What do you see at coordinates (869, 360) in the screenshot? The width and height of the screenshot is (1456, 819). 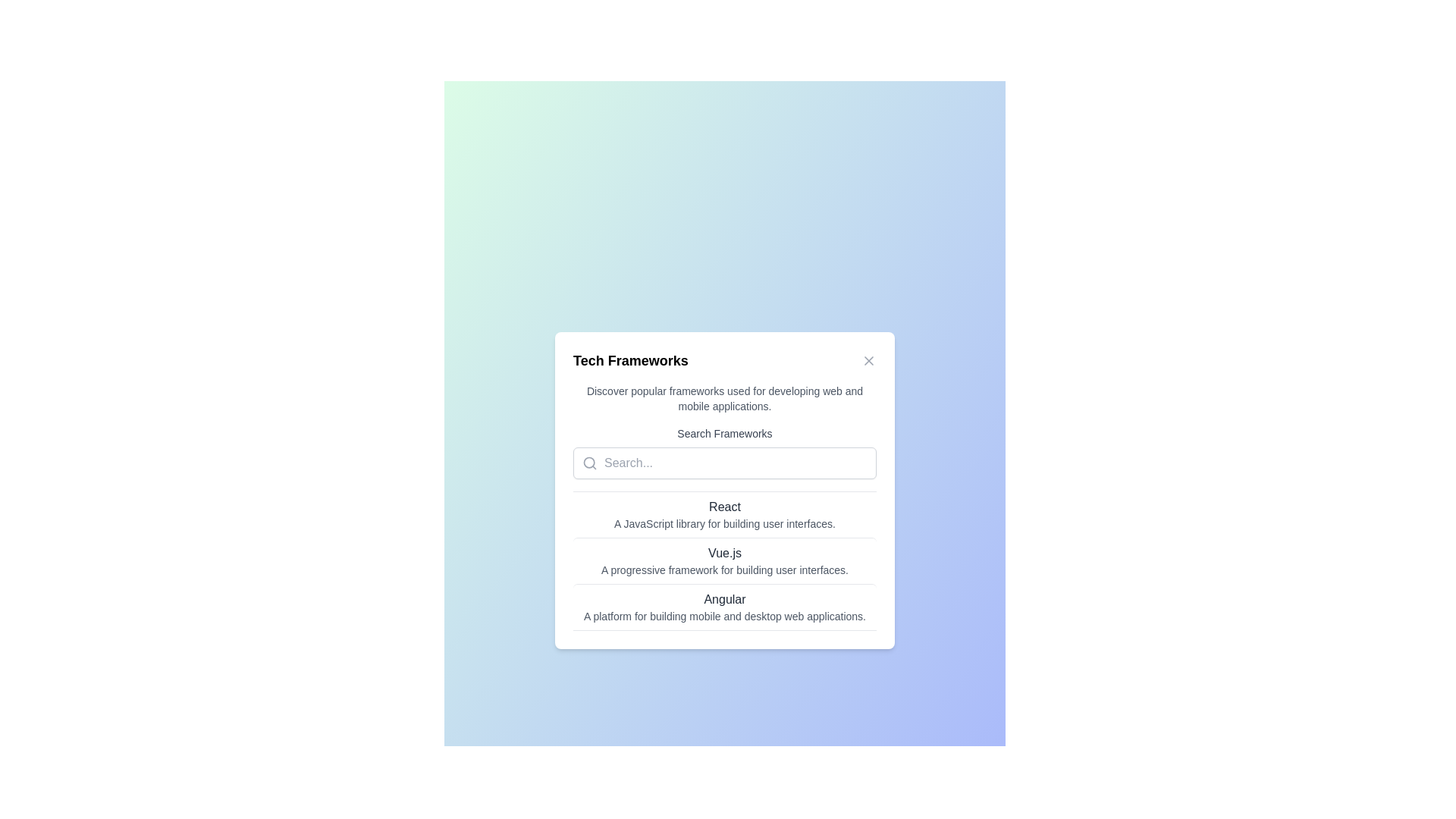 I see `the close icon located in the top-right corner of the modal dialog titled 'Tech Frameworks'` at bounding box center [869, 360].